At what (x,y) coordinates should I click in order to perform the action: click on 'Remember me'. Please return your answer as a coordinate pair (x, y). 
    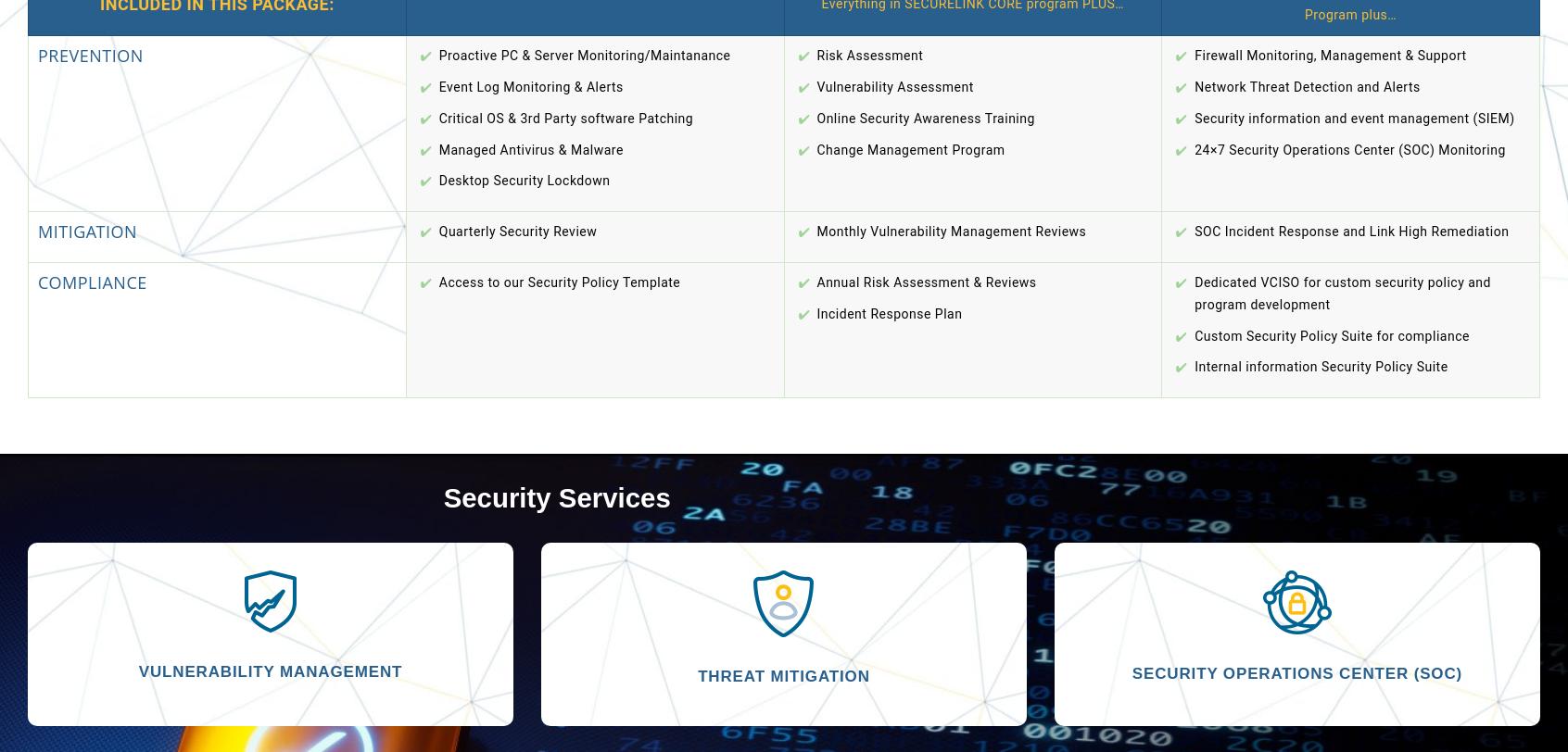
    Looking at the image, I should click on (111, 188).